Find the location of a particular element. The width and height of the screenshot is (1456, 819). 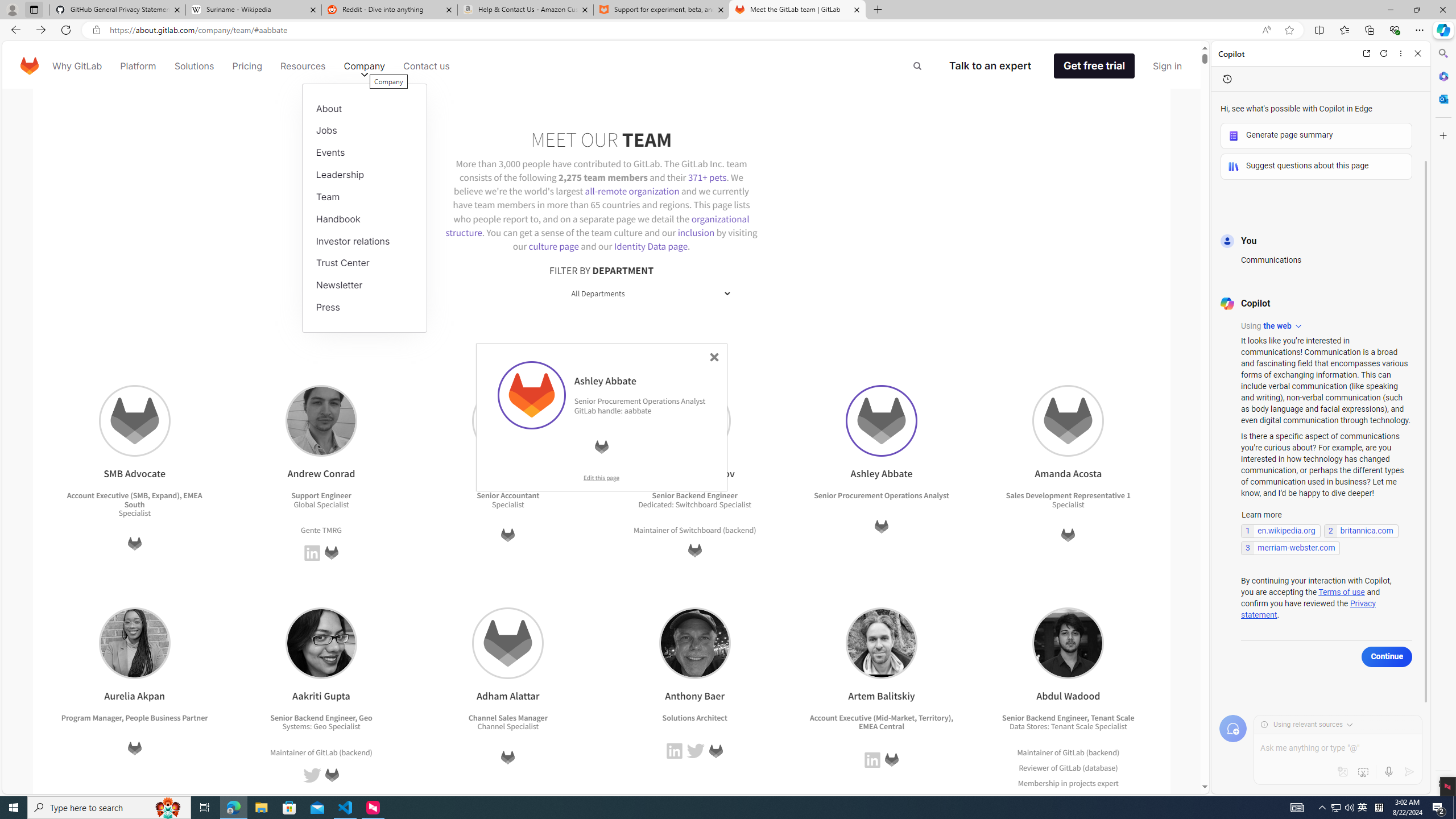

'organizational structure' is located at coordinates (597, 225).